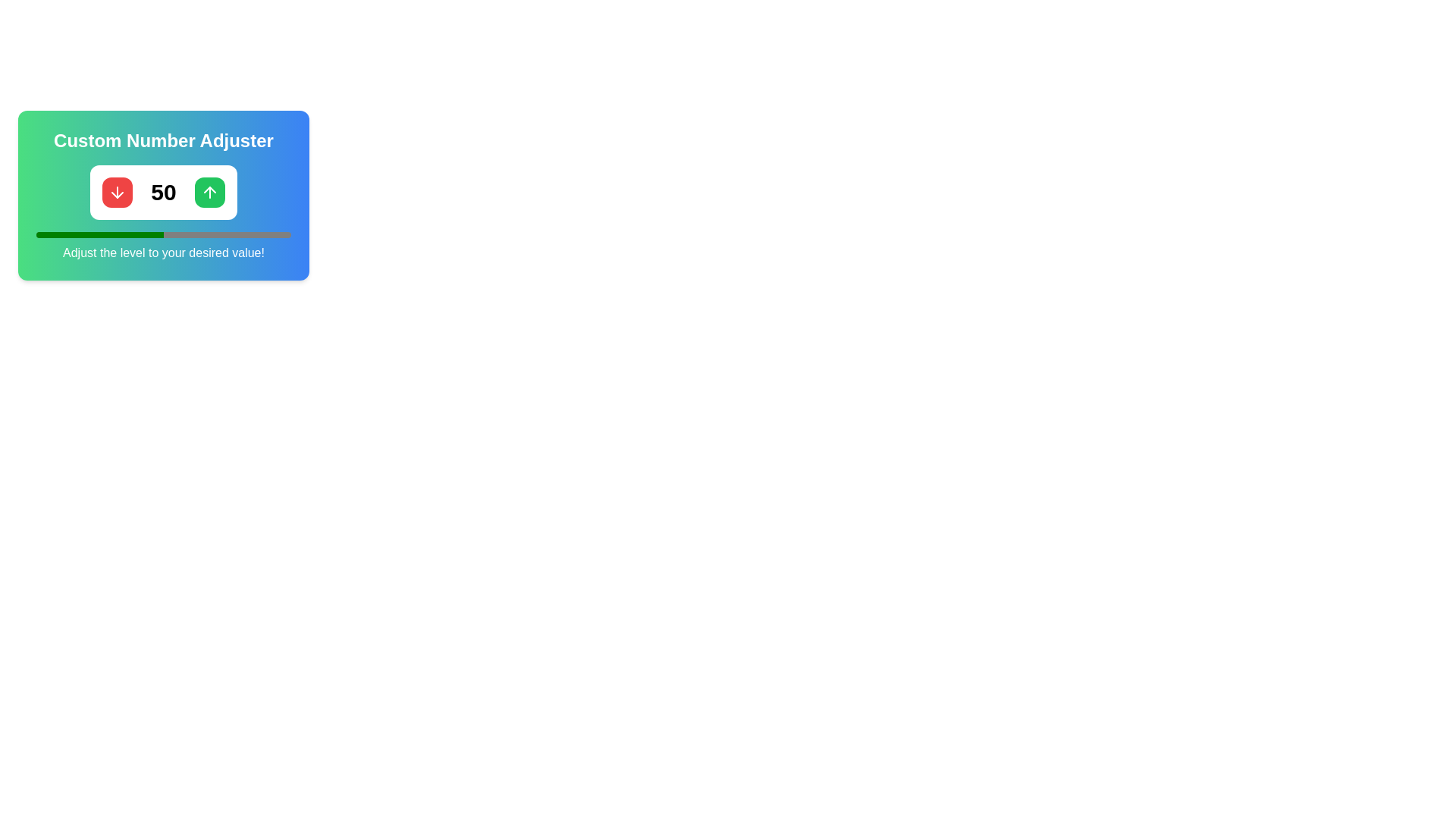  What do you see at coordinates (61, 234) in the screenshot?
I see `the slider value` at bounding box center [61, 234].